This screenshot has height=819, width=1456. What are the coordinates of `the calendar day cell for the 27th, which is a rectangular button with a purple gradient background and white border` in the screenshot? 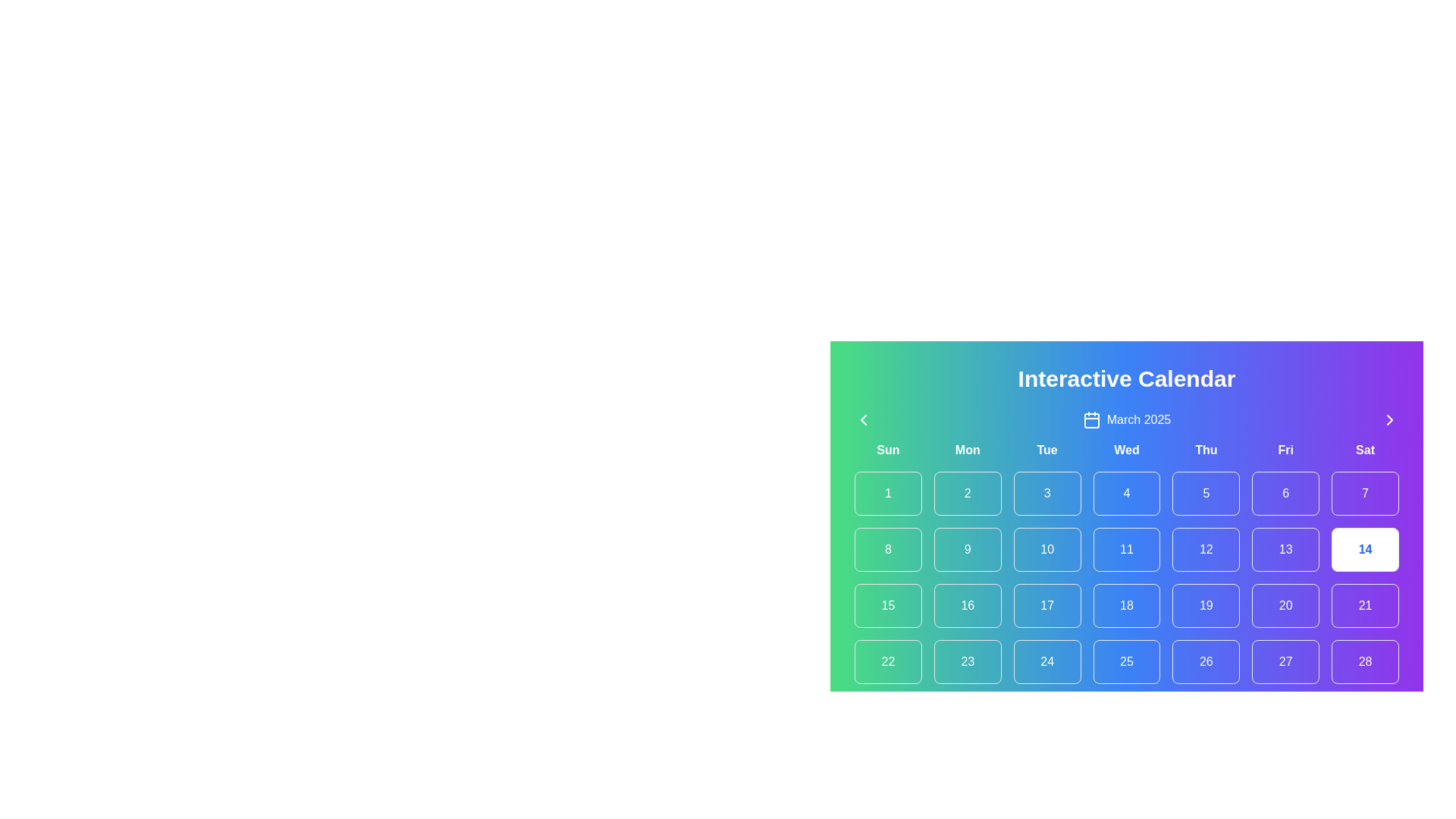 It's located at (1285, 661).